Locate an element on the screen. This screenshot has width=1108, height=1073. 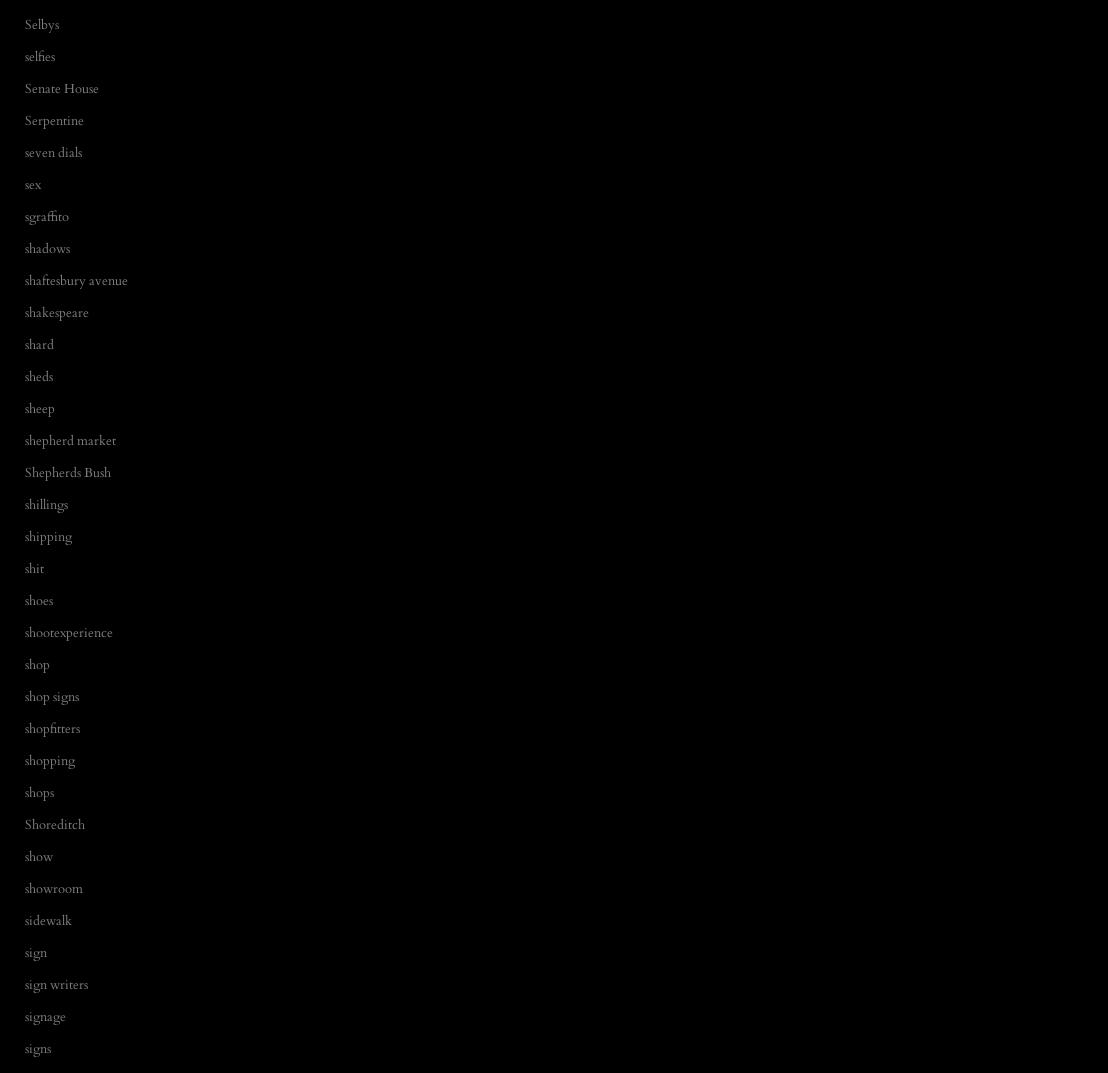
'signage' is located at coordinates (45, 1016).